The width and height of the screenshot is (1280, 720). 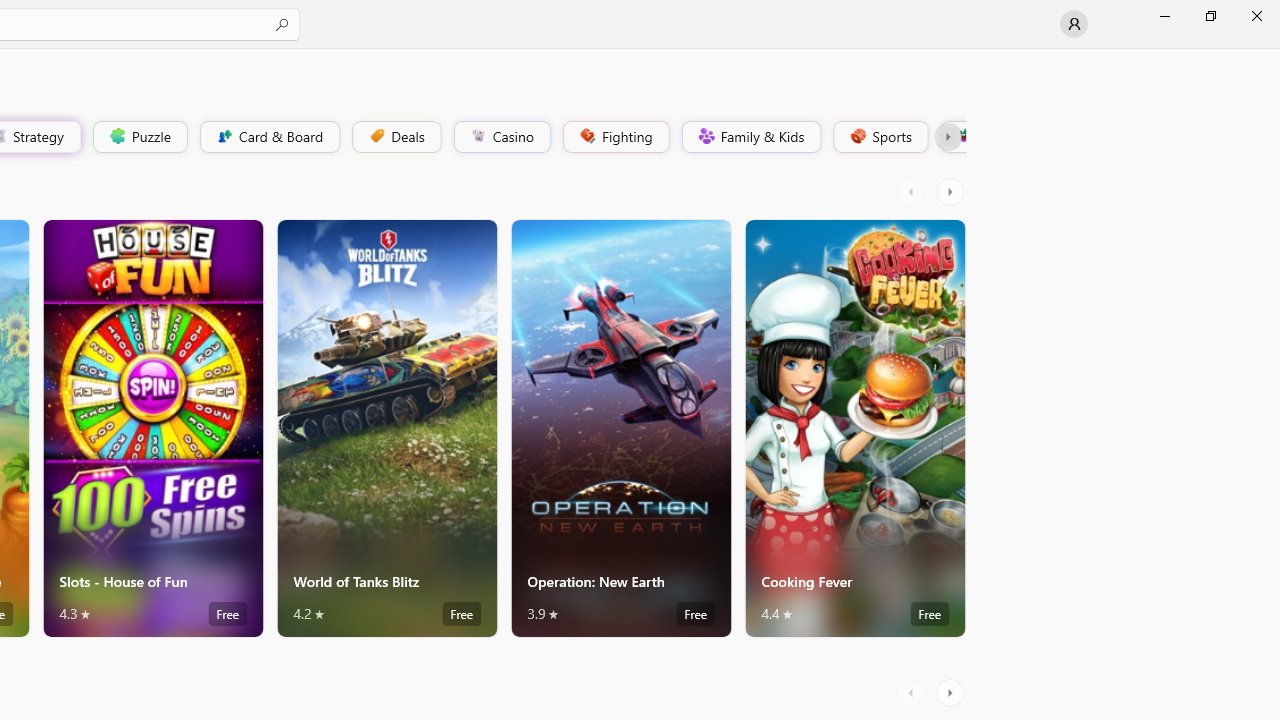 I want to click on 'Restore Microsoft Store', so click(x=1209, y=15).